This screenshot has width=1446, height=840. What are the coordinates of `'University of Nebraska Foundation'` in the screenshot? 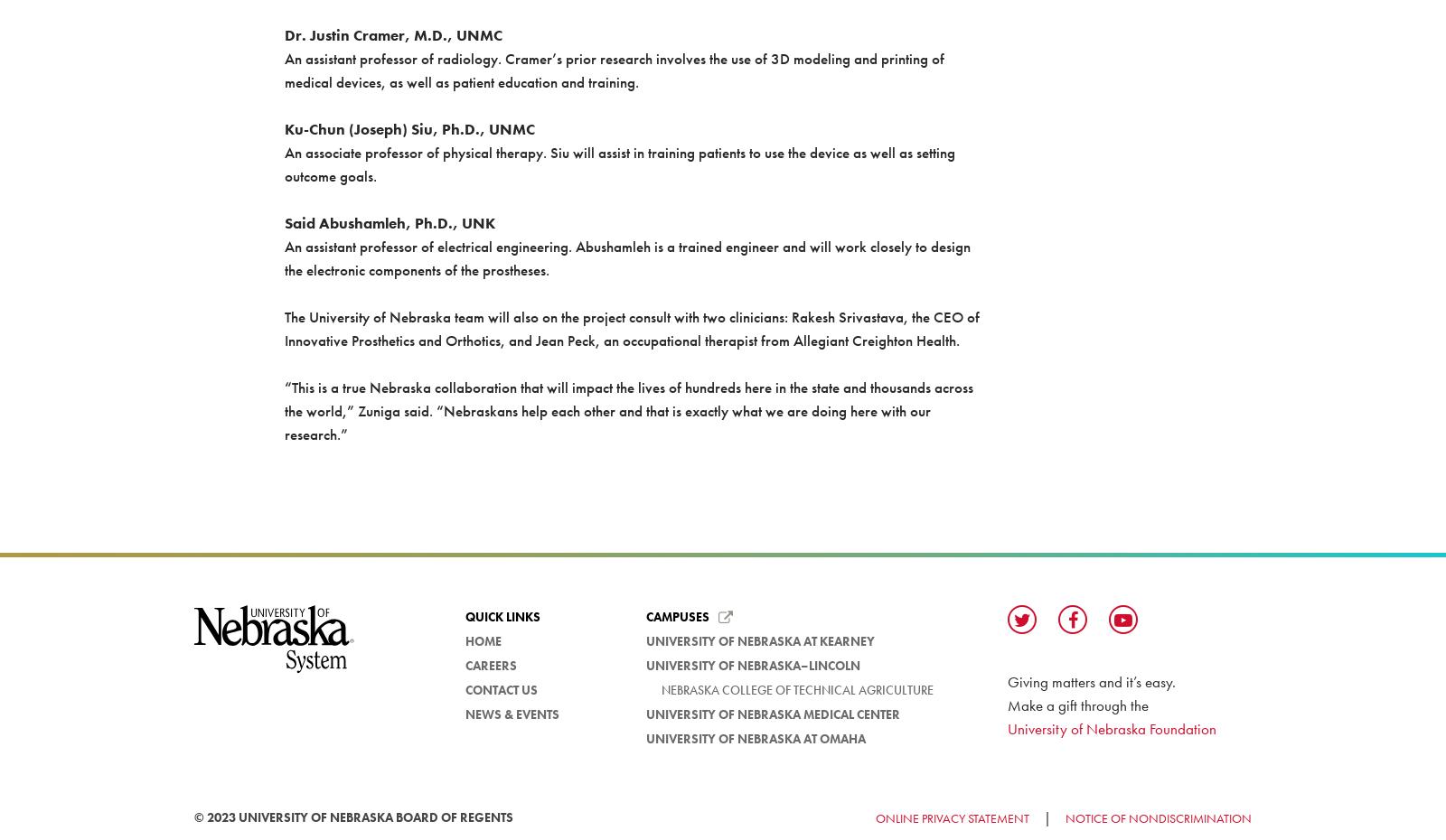 It's located at (1007, 727).